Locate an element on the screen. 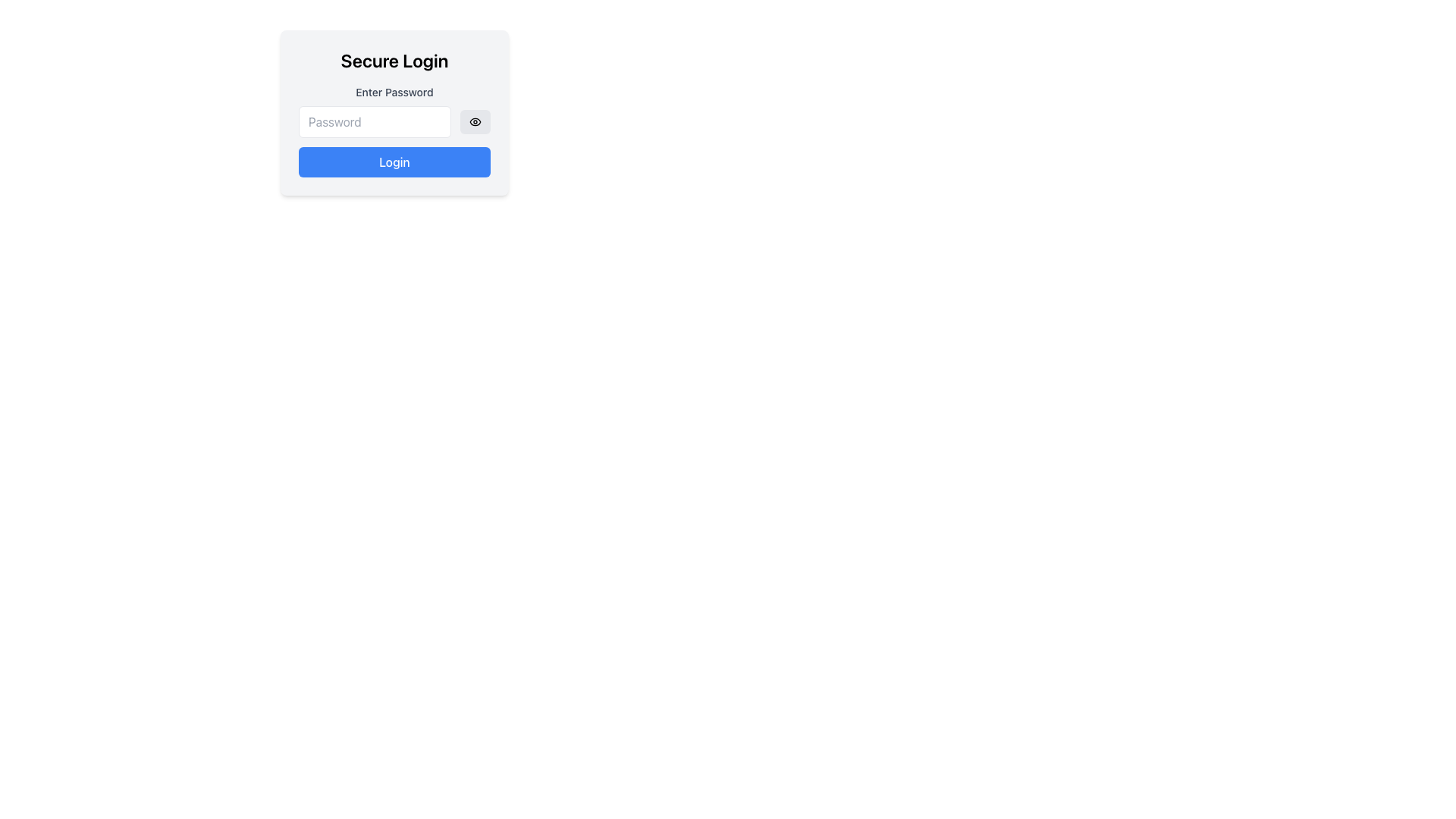 This screenshot has width=1456, height=819. the 'Secure Login' text header, which is styled in bold and larger font, positioned at the top-center of the form-like structure is located at coordinates (394, 60).